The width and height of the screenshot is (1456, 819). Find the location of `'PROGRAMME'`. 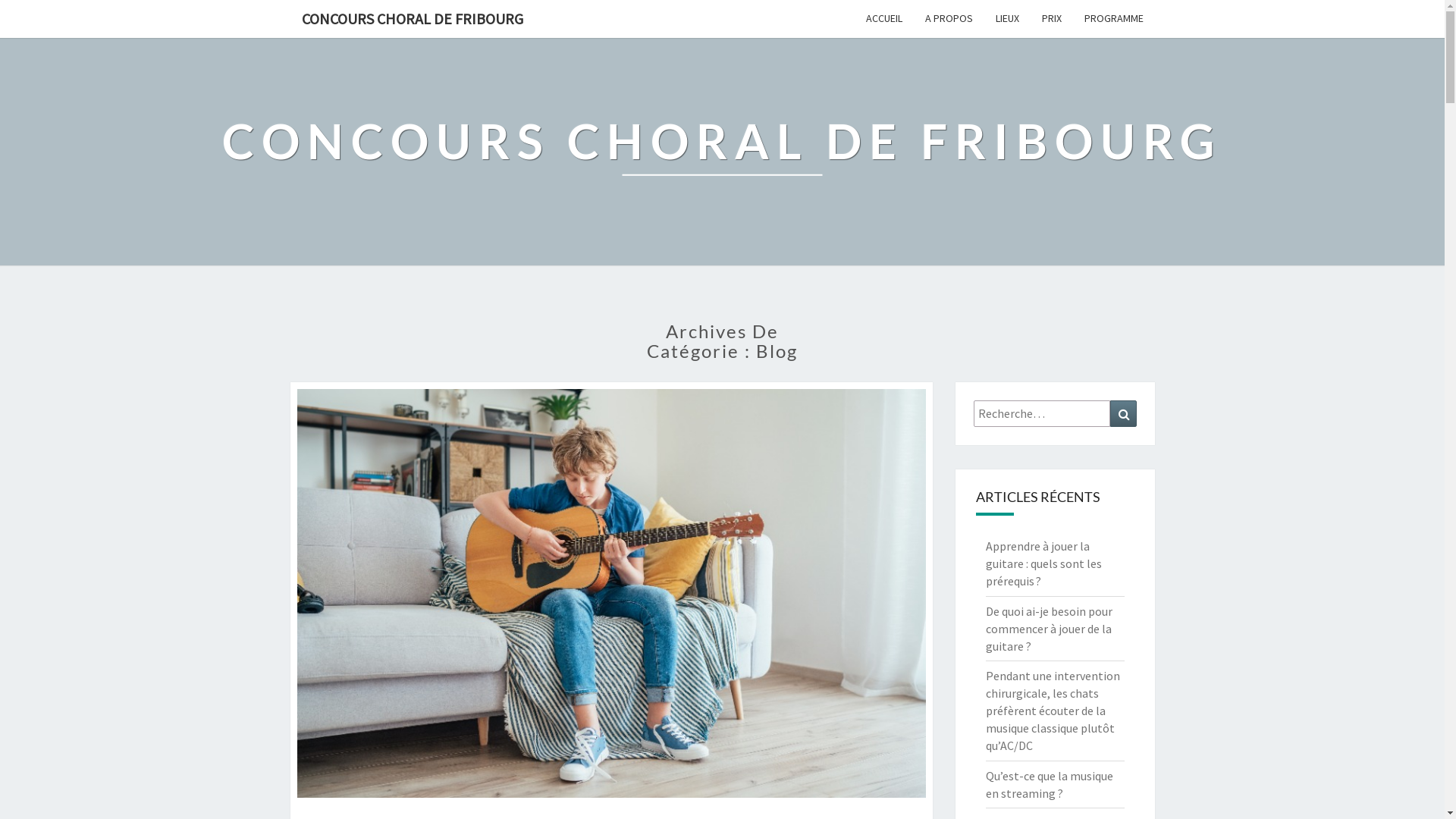

'PROGRAMME' is located at coordinates (1072, 17).